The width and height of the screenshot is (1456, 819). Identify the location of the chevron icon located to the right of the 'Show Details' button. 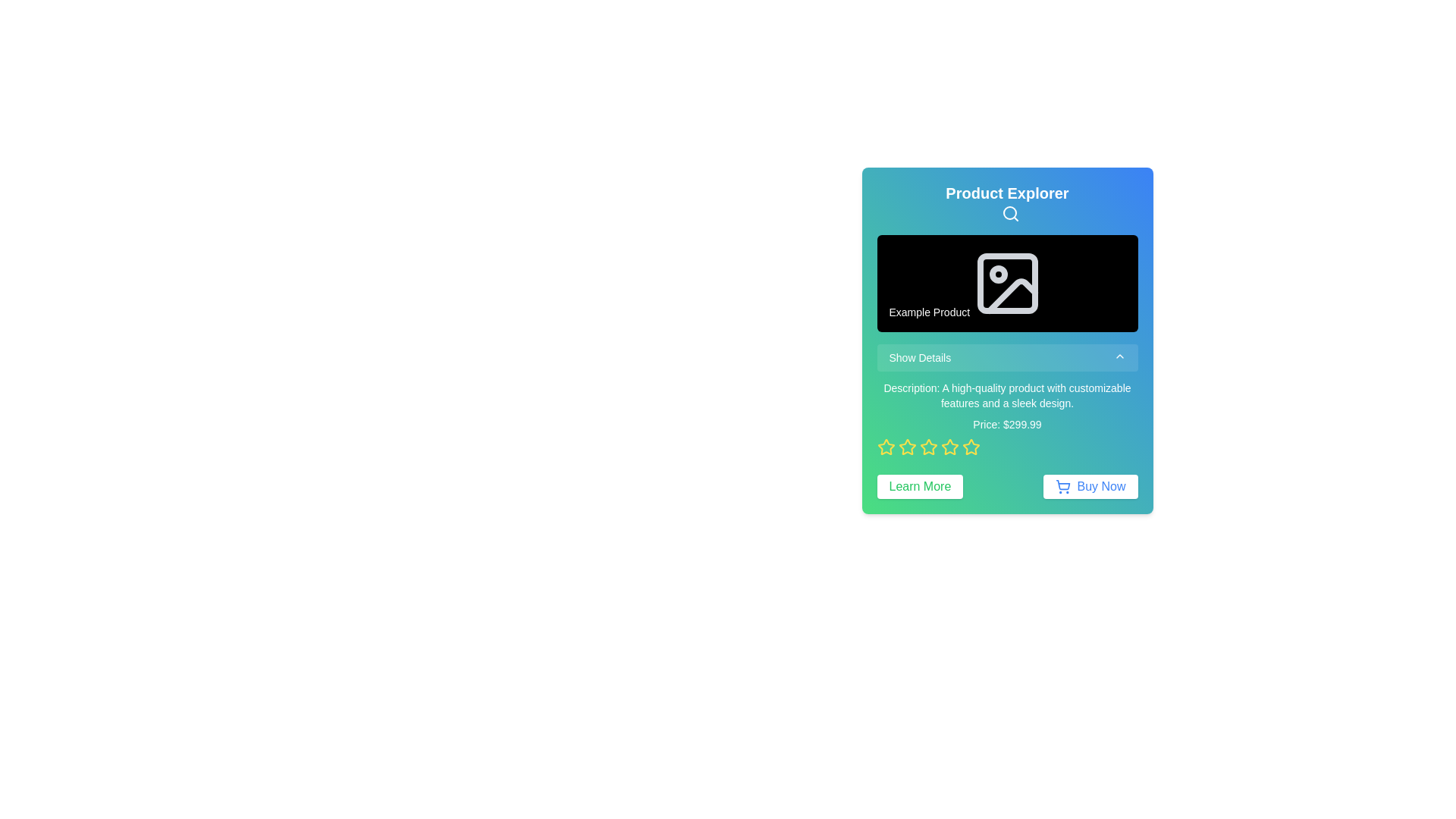
(1119, 356).